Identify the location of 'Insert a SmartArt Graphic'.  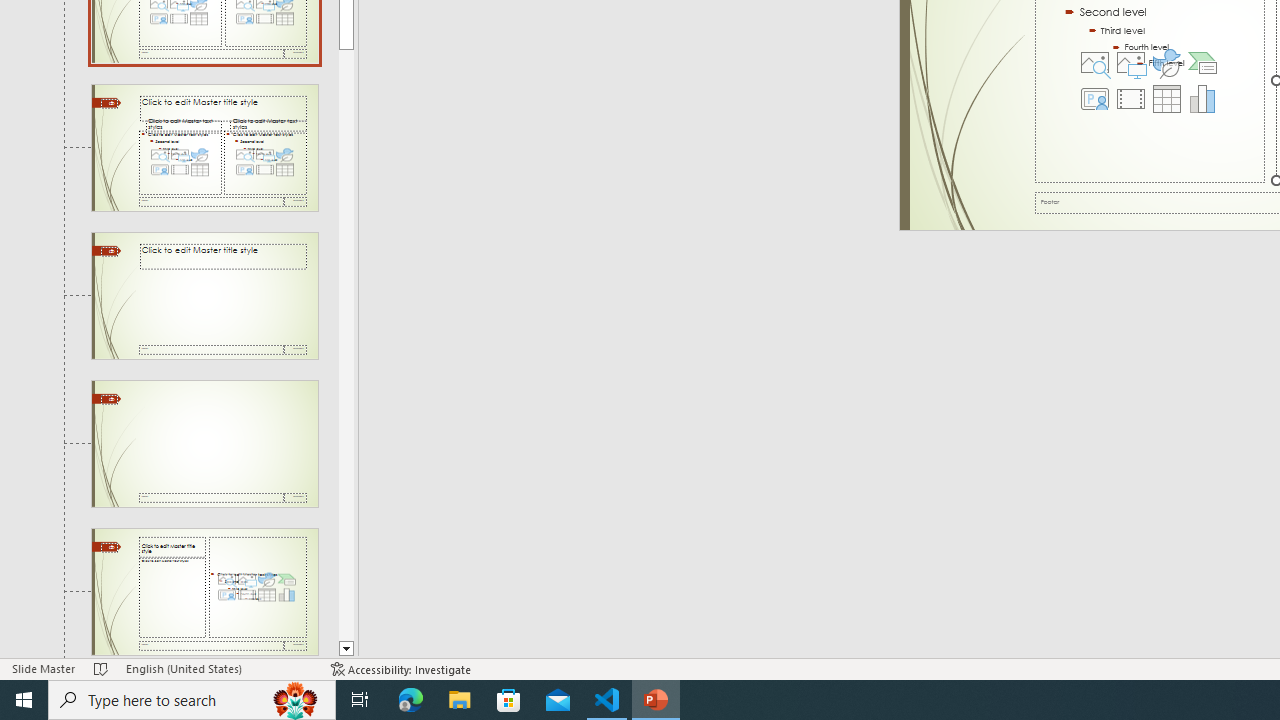
(1201, 61).